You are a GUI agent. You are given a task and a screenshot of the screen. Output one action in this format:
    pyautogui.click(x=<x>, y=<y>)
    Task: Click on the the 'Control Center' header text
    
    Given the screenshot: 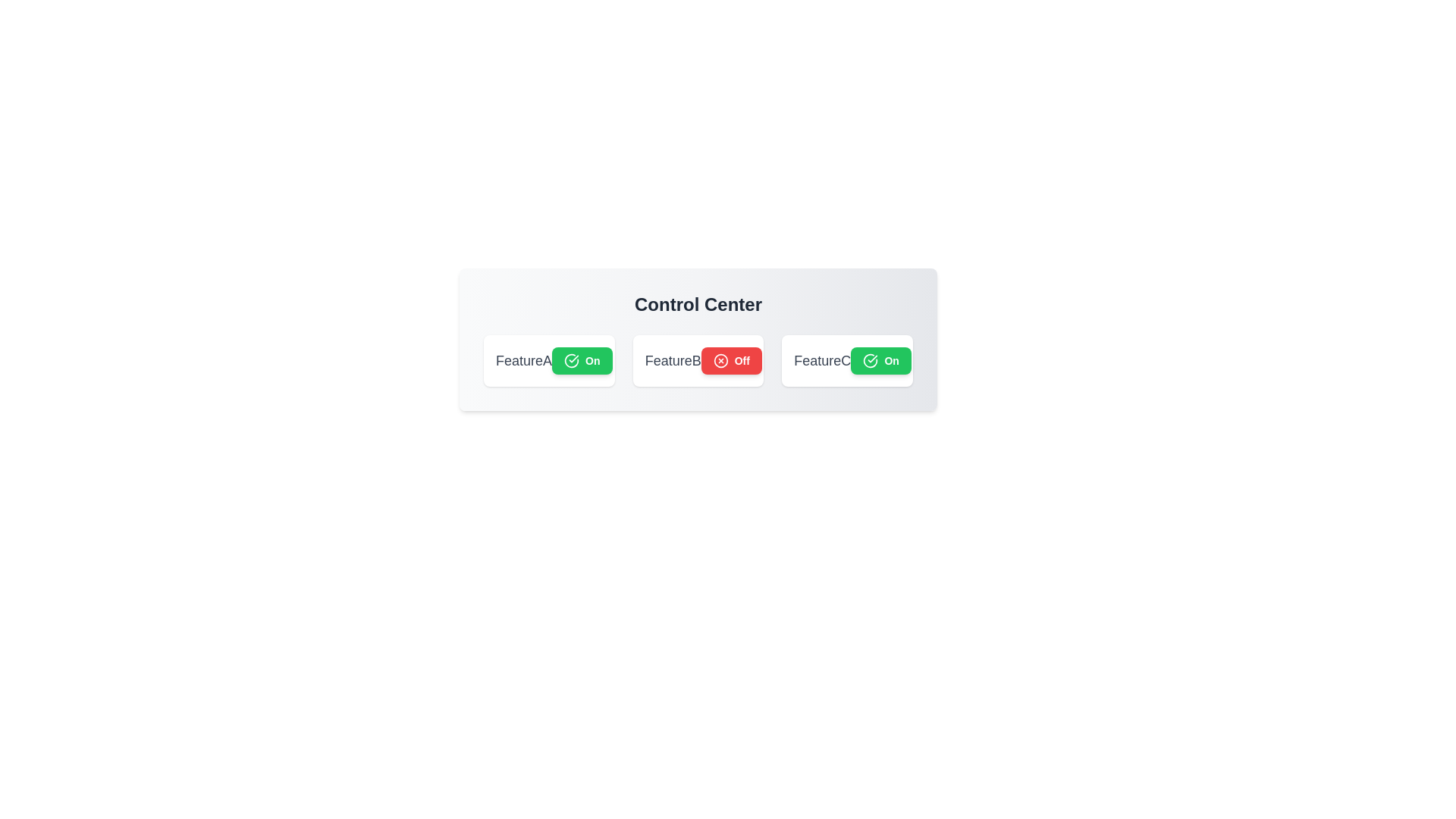 What is the action you would take?
    pyautogui.click(x=698, y=304)
    